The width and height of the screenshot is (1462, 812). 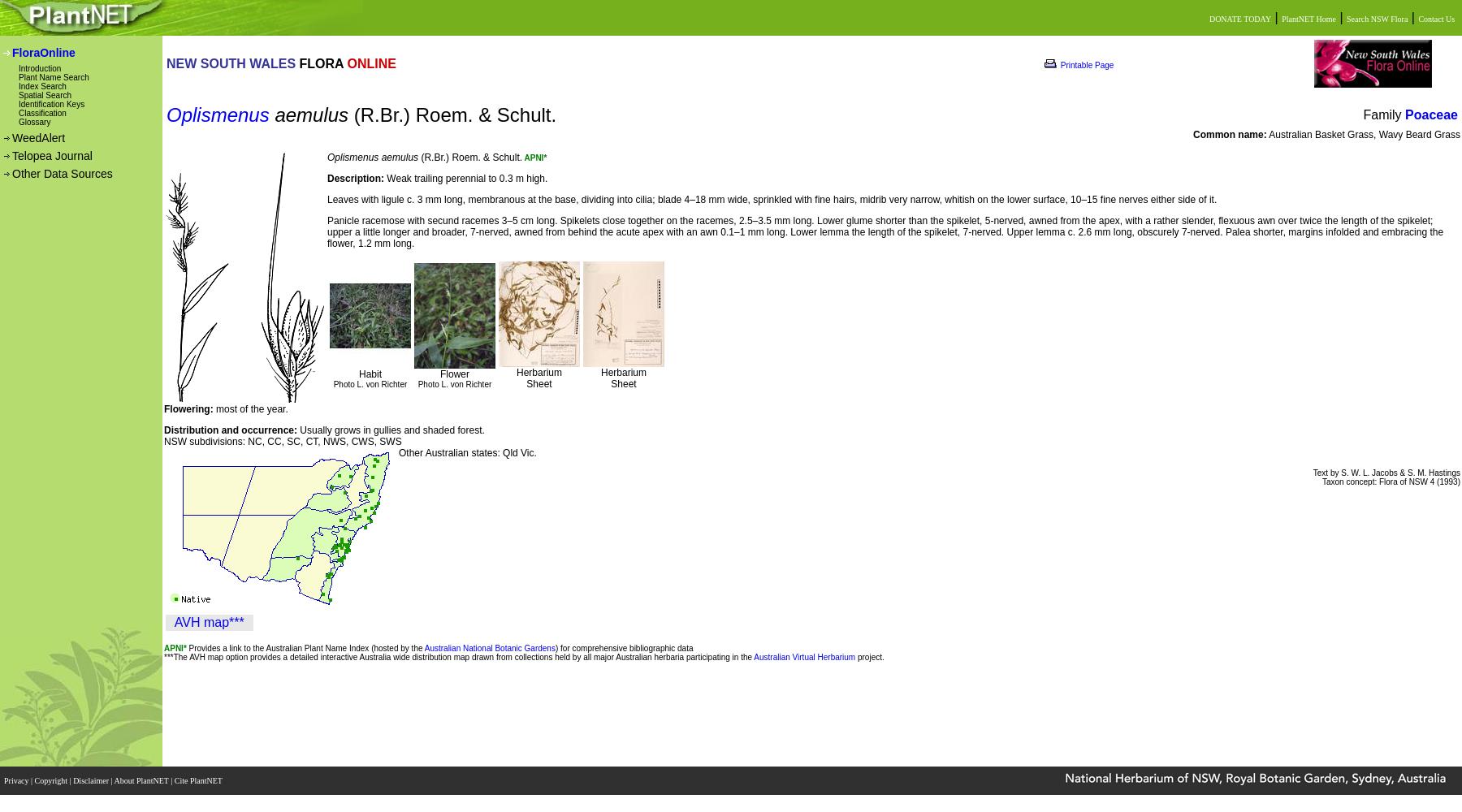 I want to click on 'Disclaimer', so click(x=92, y=780).